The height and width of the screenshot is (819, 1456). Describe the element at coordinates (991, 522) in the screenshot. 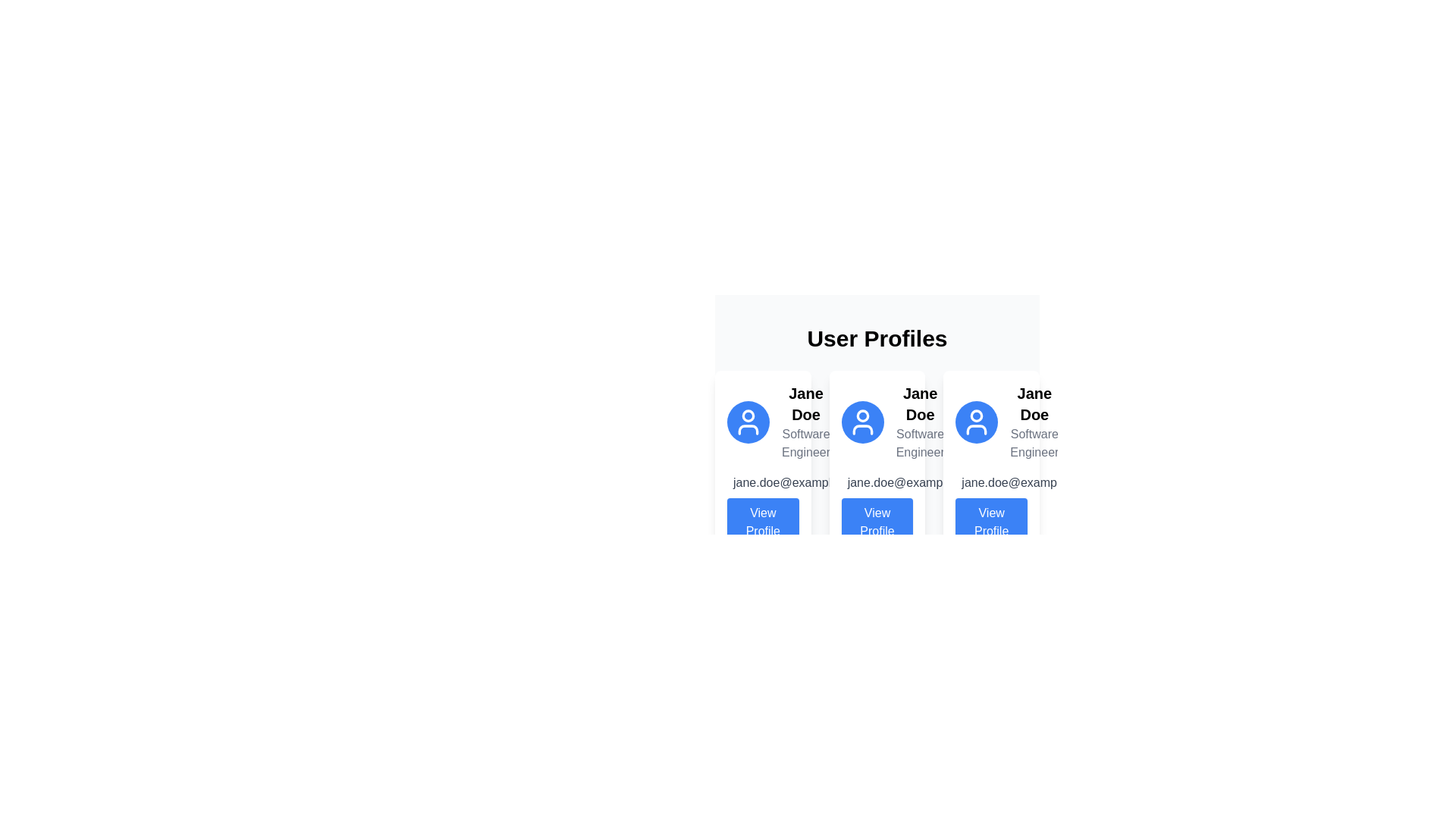

I see `the 'View Profile' button with a blue background and white text at the bottom right of the user profile card` at that location.